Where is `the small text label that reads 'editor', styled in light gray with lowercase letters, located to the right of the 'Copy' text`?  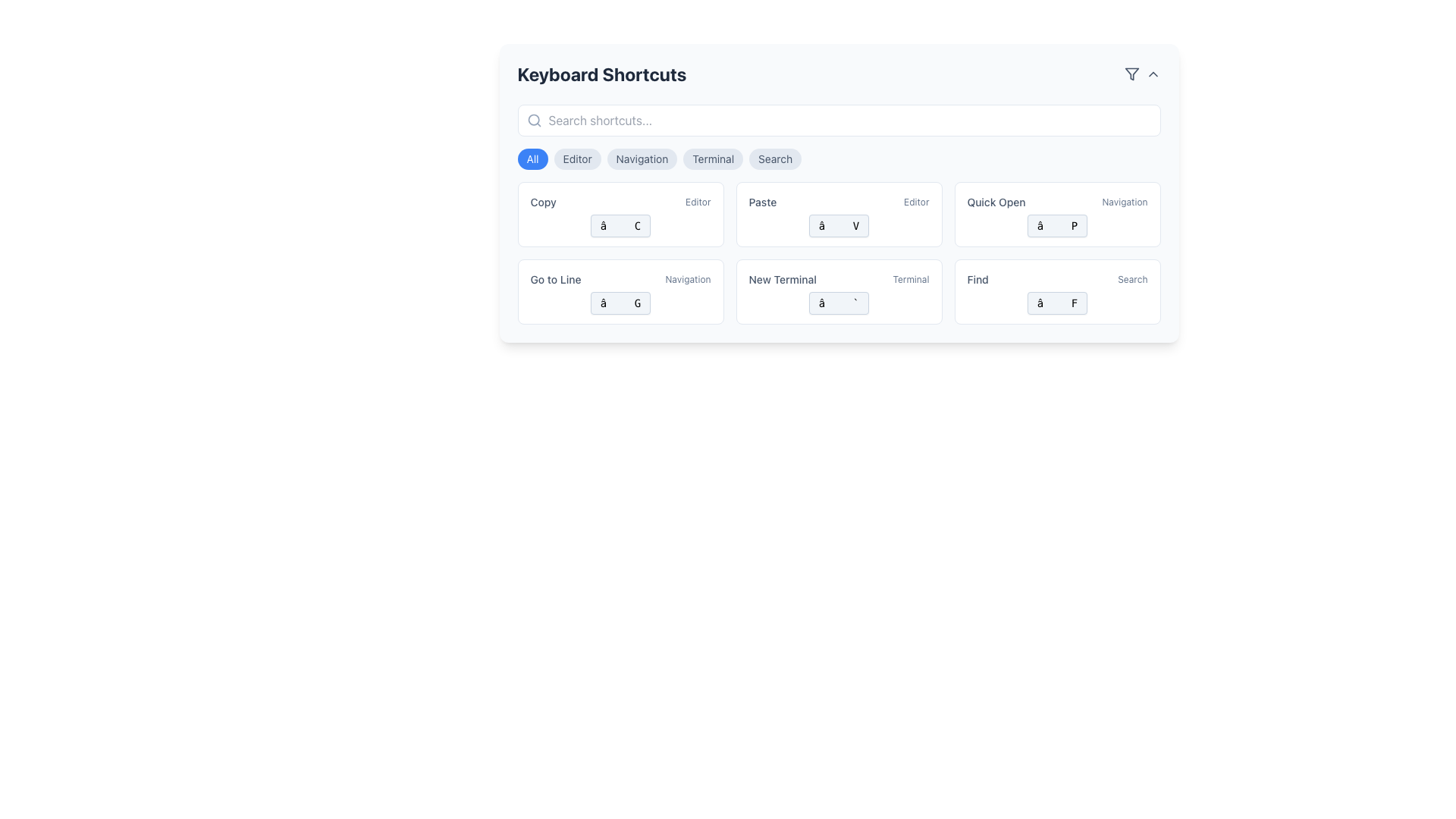 the small text label that reads 'editor', styled in light gray with lowercase letters, located to the right of the 'Copy' text is located at coordinates (697, 201).